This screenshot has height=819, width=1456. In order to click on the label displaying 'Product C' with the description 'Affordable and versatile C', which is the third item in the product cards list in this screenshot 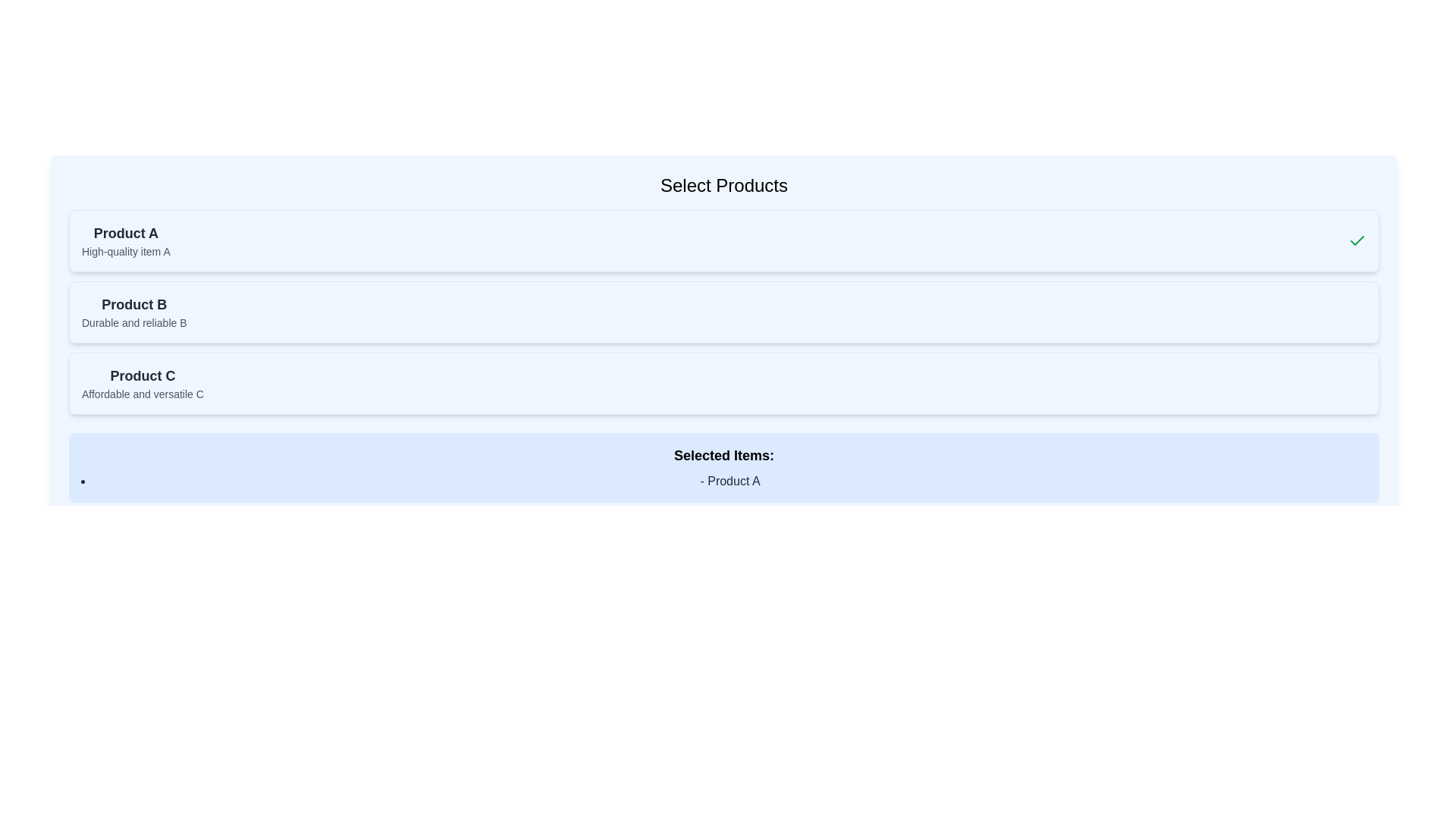, I will do `click(143, 382)`.